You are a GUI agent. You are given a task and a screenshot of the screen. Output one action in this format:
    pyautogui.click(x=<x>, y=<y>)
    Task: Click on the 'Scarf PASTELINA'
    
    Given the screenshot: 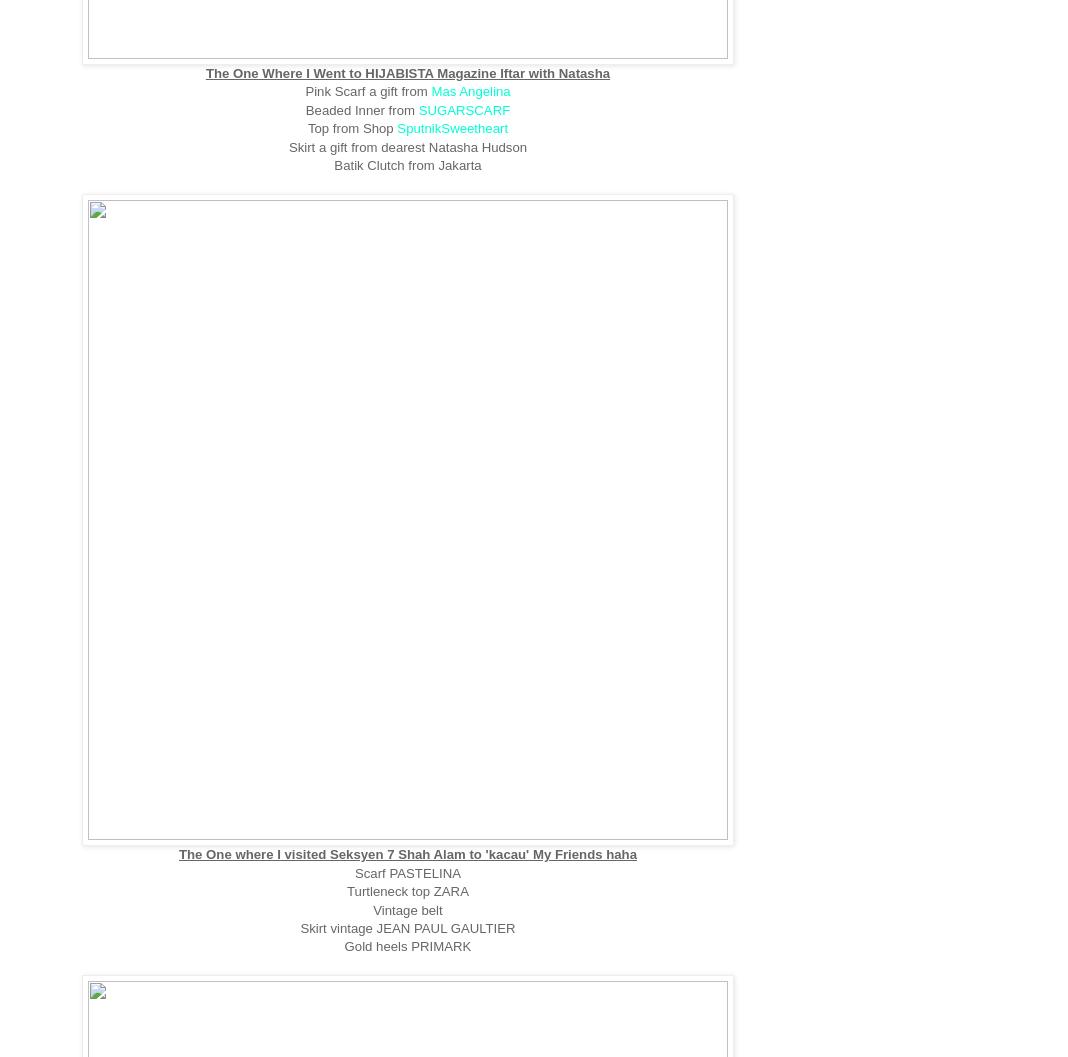 What is the action you would take?
    pyautogui.click(x=407, y=871)
    